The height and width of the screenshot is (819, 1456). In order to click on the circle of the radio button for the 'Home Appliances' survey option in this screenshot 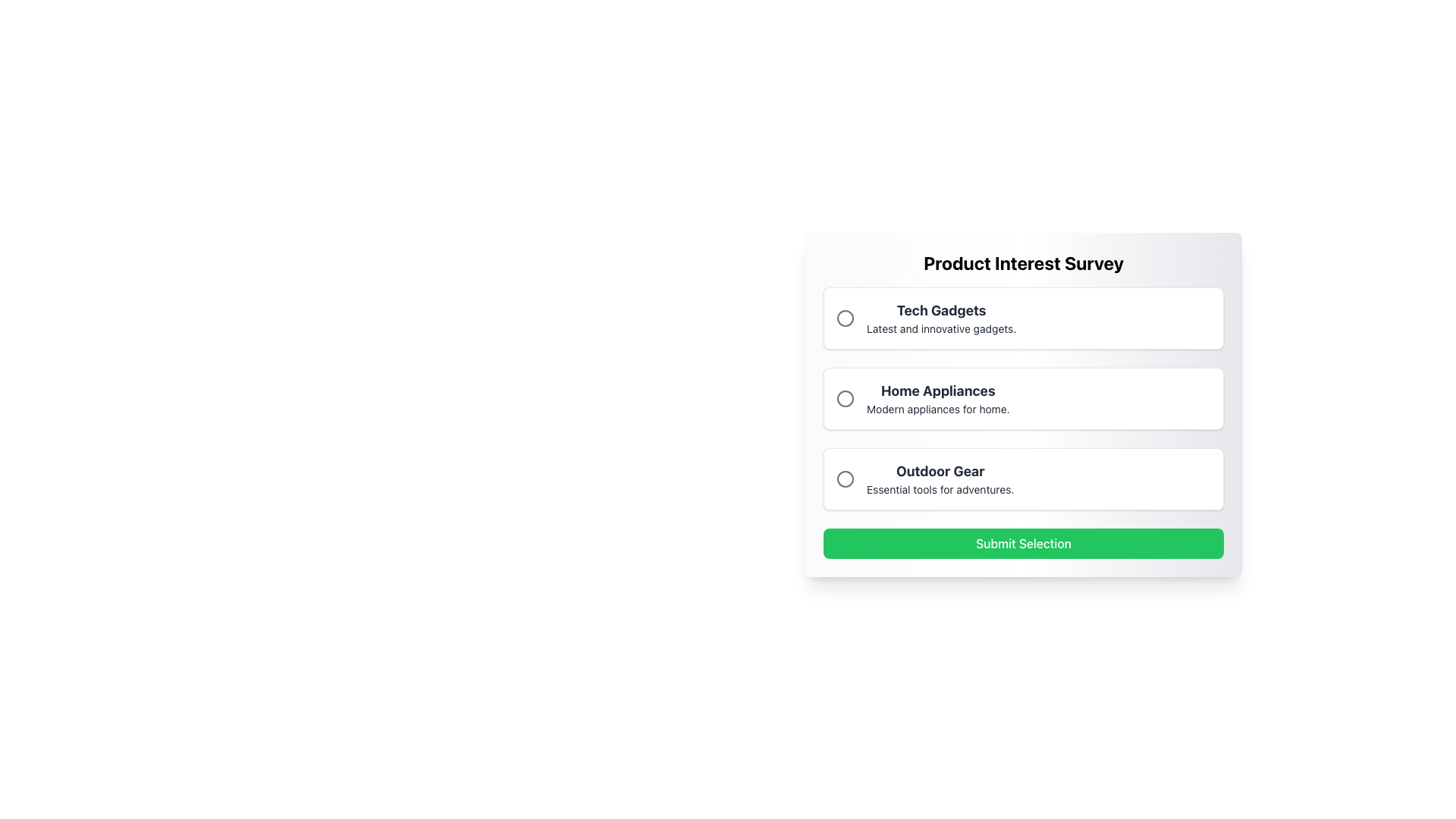, I will do `click(844, 397)`.